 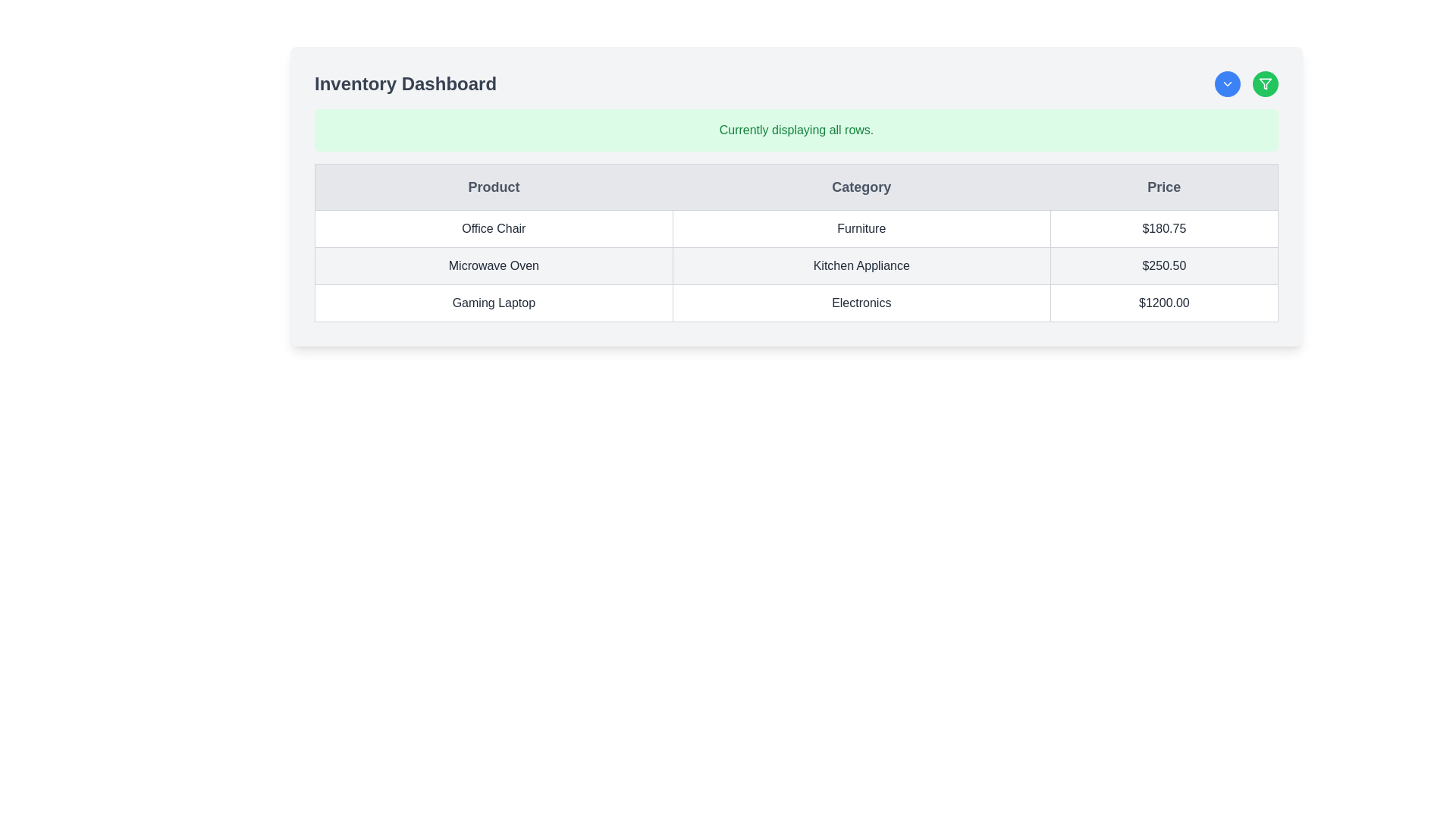 I want to click on the Text label indicating the current status of the application, which is centrally located in a green banner beneath the 'Inventory Dashboard' header, so click(x=795, y=130).